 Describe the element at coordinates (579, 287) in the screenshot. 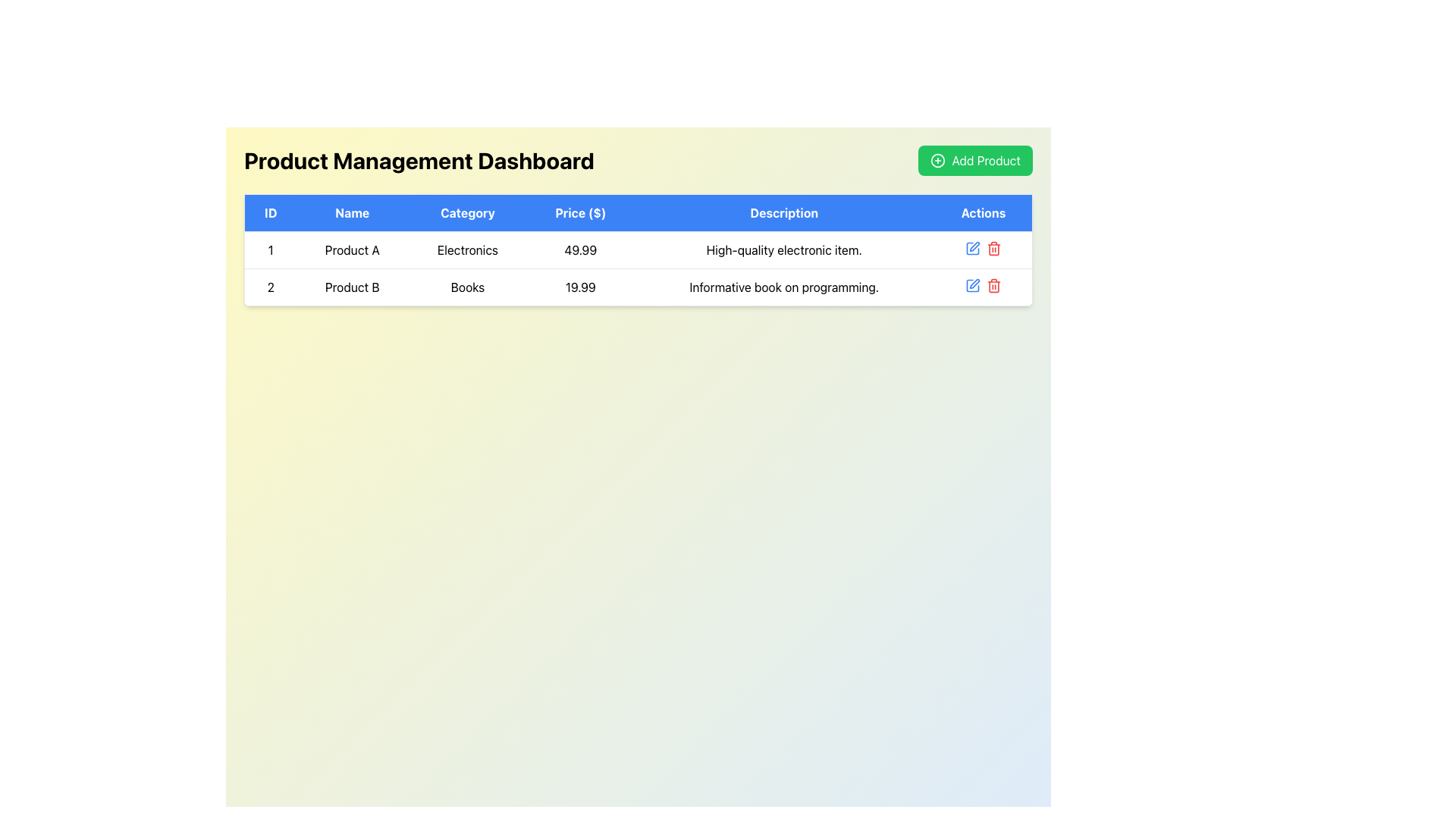

I see `the static text displaying the price '19.99' located in the fourth column of the second row under the 'Price ($)' column for 'Product B'` at that location.